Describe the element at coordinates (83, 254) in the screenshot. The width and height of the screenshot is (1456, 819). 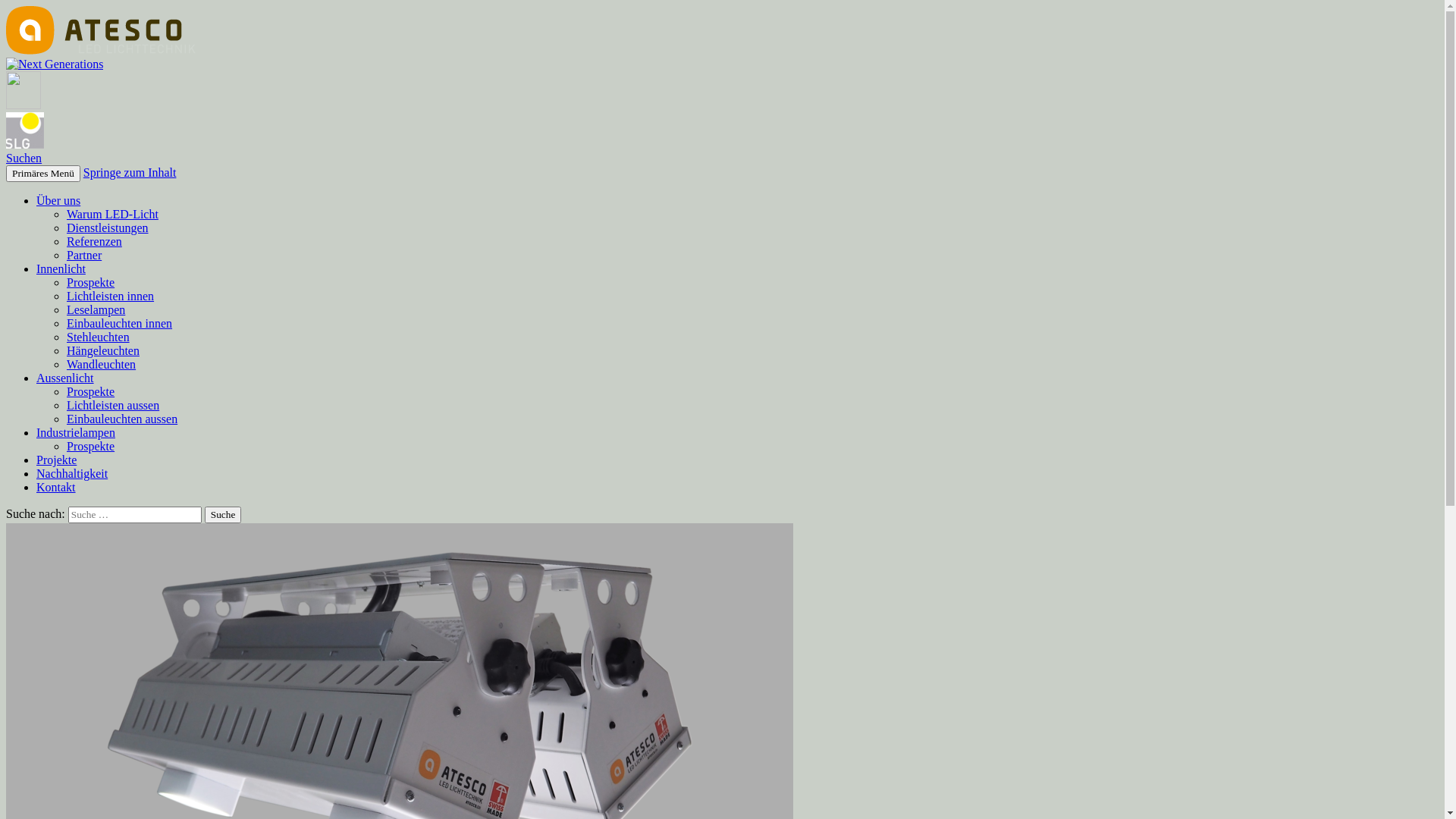
I see `'Partner'` at that location.